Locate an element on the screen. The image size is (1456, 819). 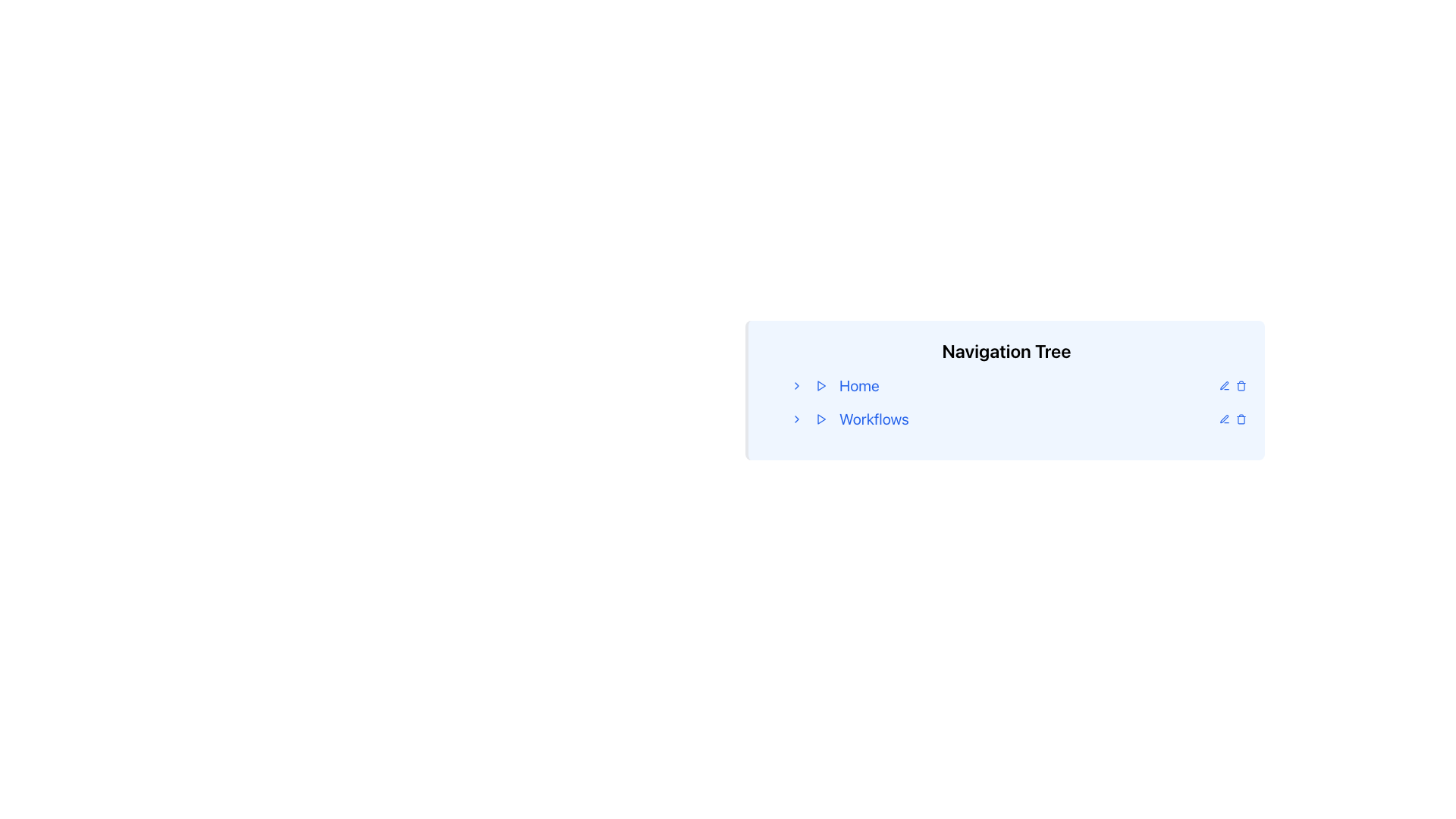
the icon located to the immediate left of the 'Workflows' text label is located at coordinates (821, 419).